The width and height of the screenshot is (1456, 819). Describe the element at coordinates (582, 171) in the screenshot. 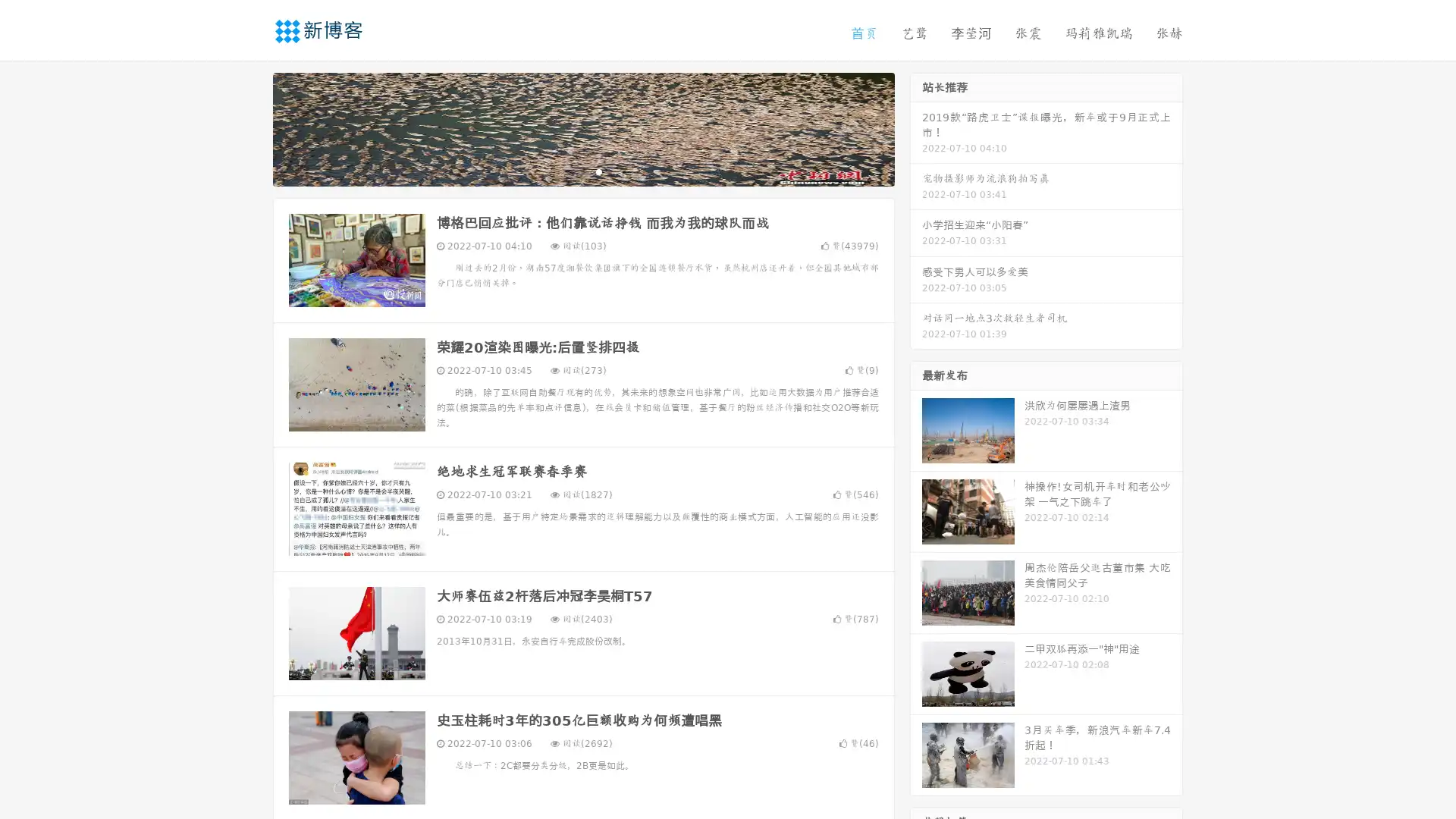

I see `Go to slide 2` at that location.